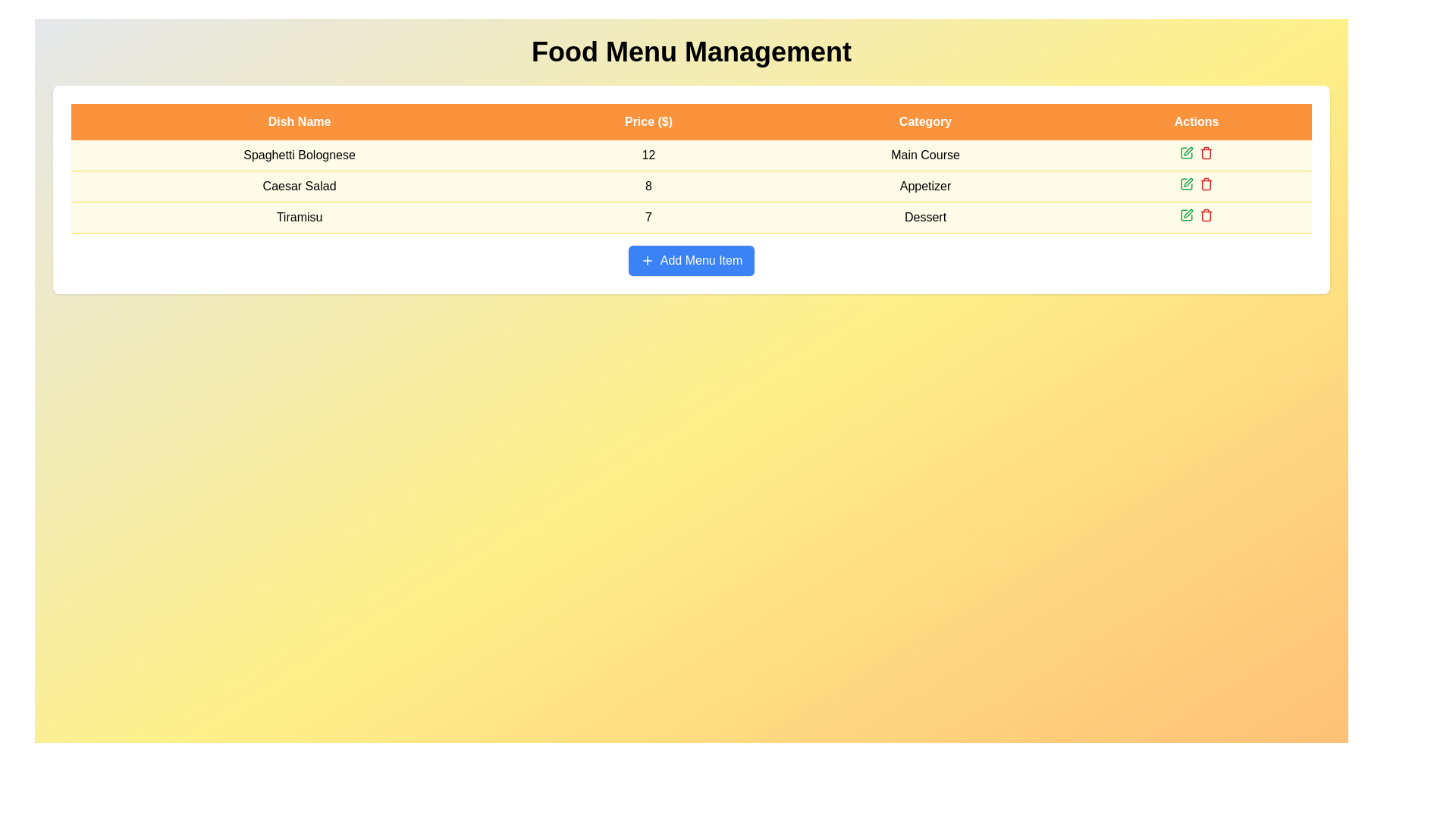 Image resolution: width=1456 pixels, height=819 pixels. What do you see at coordinates (691, 217) in the screenshot?
I see `the third row of the food management table that details a menu item, located below 'Caesar Salad' and above the 'Add Menu Item' button` at bounding box center [691, 217].